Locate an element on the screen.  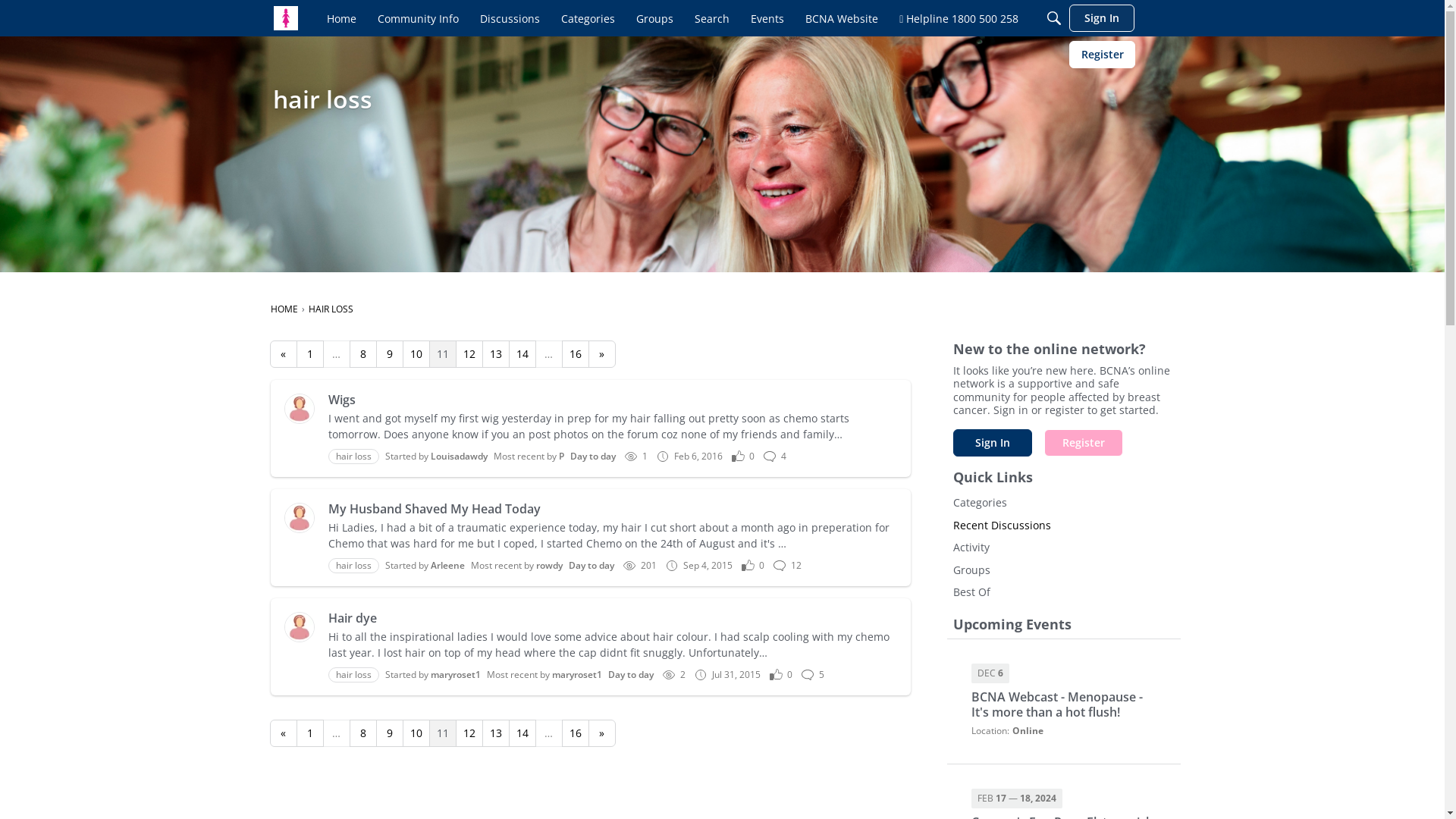
'Events' is located at coordinates (767, 17).